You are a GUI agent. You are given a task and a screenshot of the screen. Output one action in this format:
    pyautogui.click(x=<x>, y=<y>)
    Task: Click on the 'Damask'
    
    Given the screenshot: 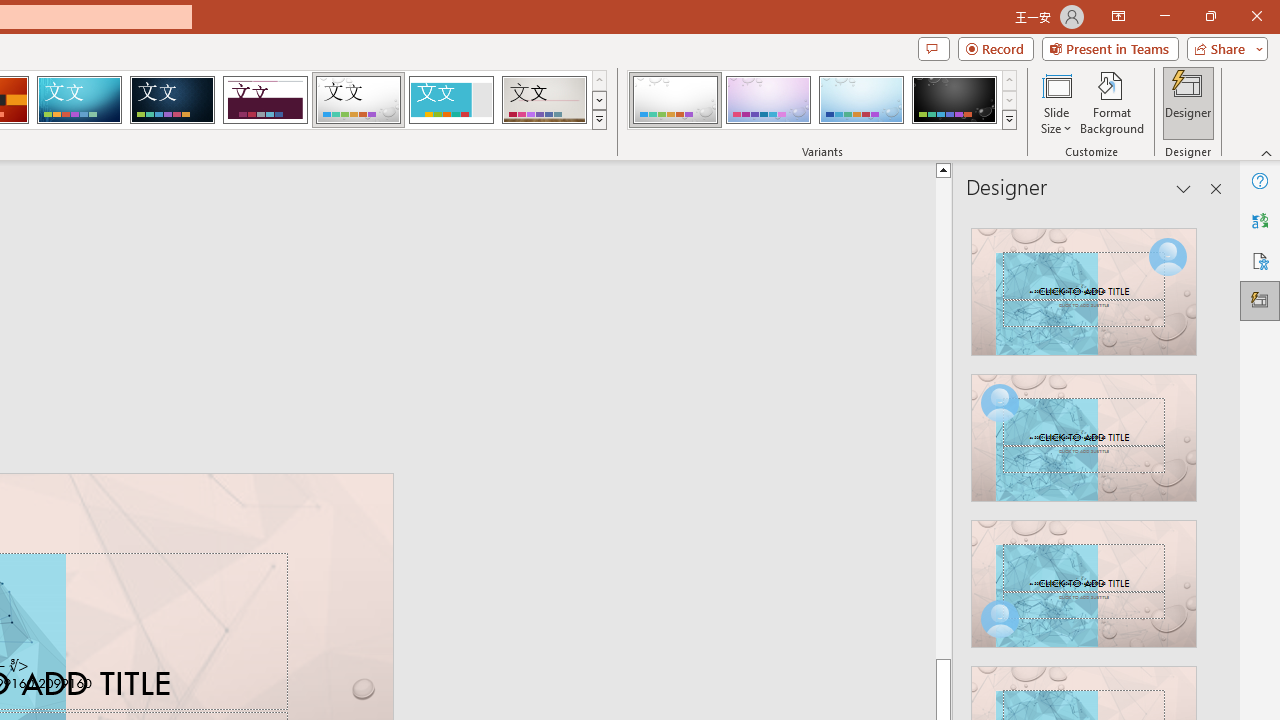 What is the action you would take?
    pyautogui.click(x=172, y=100)
    